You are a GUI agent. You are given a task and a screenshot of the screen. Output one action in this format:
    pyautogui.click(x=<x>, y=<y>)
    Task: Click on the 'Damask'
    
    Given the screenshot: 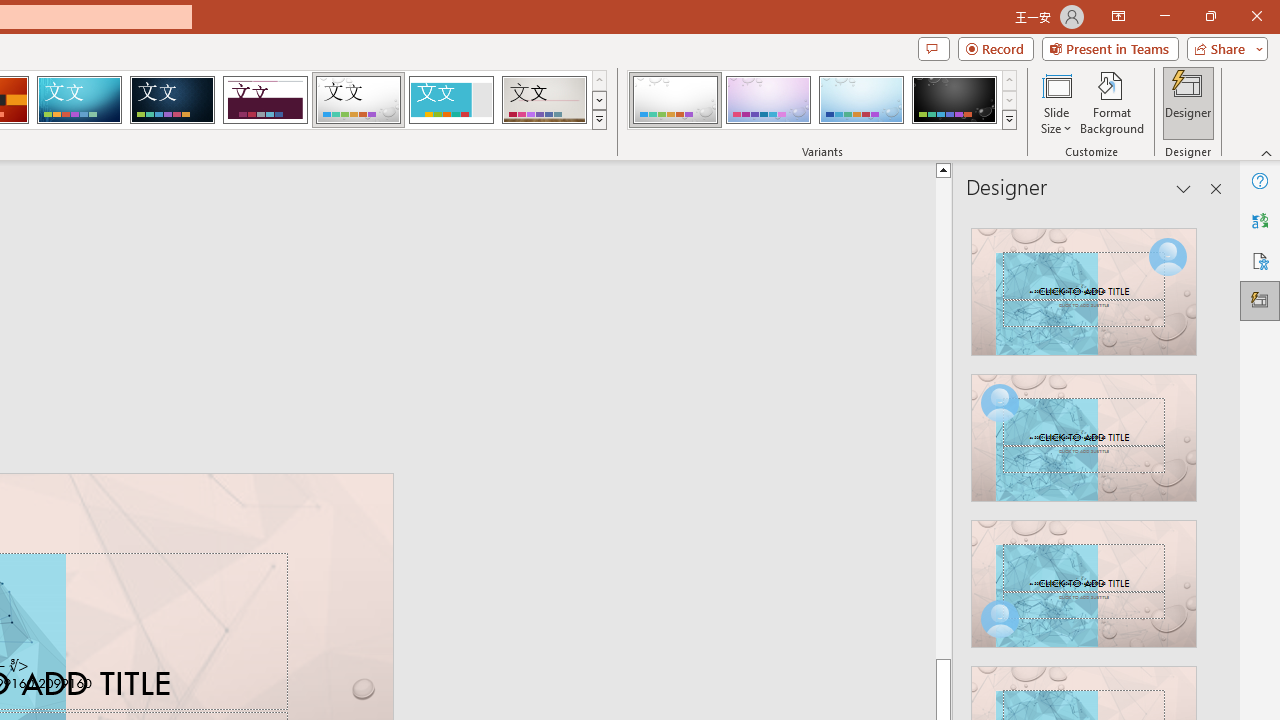 What is the action you would take?
    pyautogui.click(x=172, y=100)
    